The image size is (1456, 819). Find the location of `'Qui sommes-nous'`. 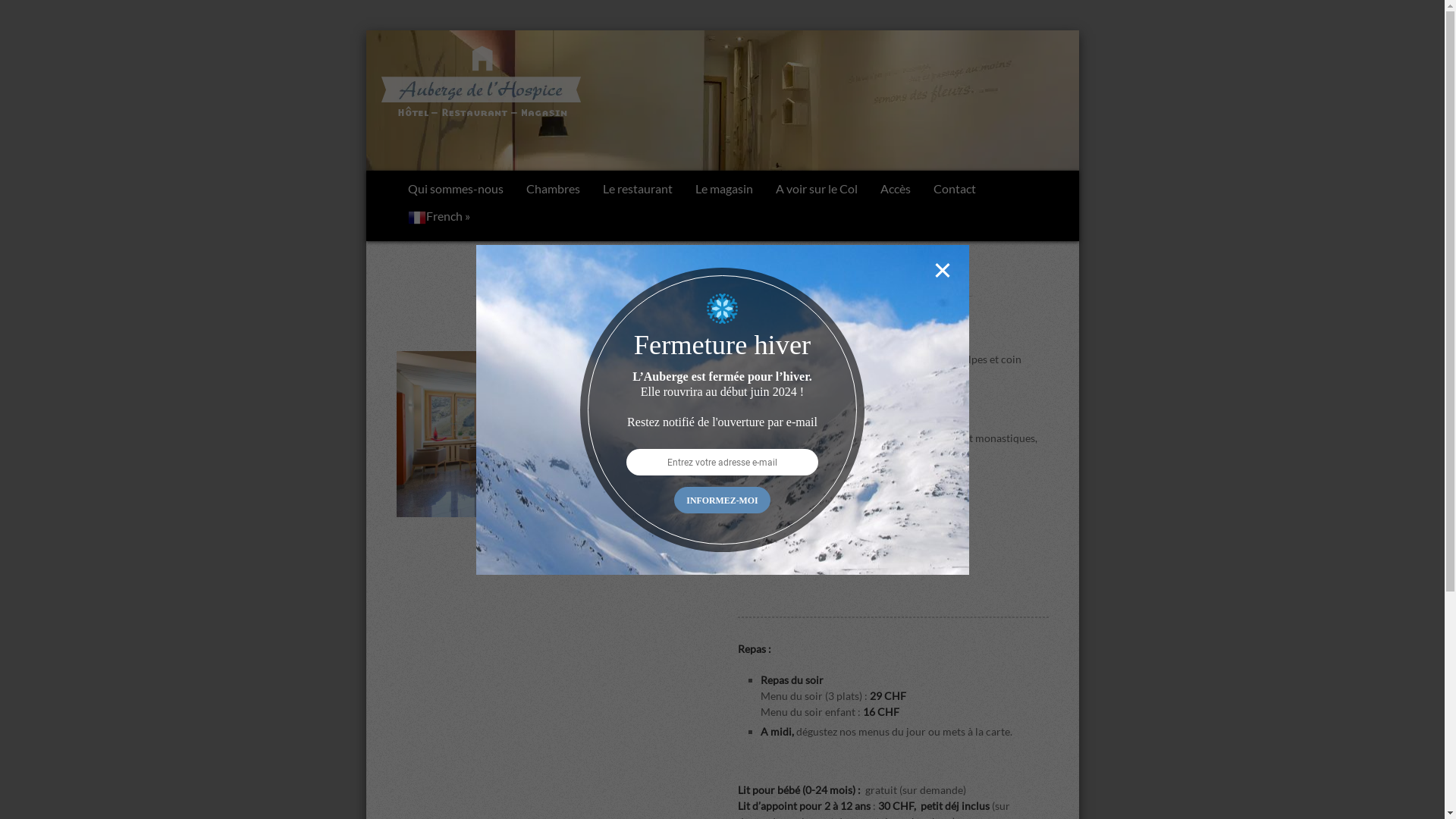

'Qui sommes-nous' is located at coordinates (396, 189).